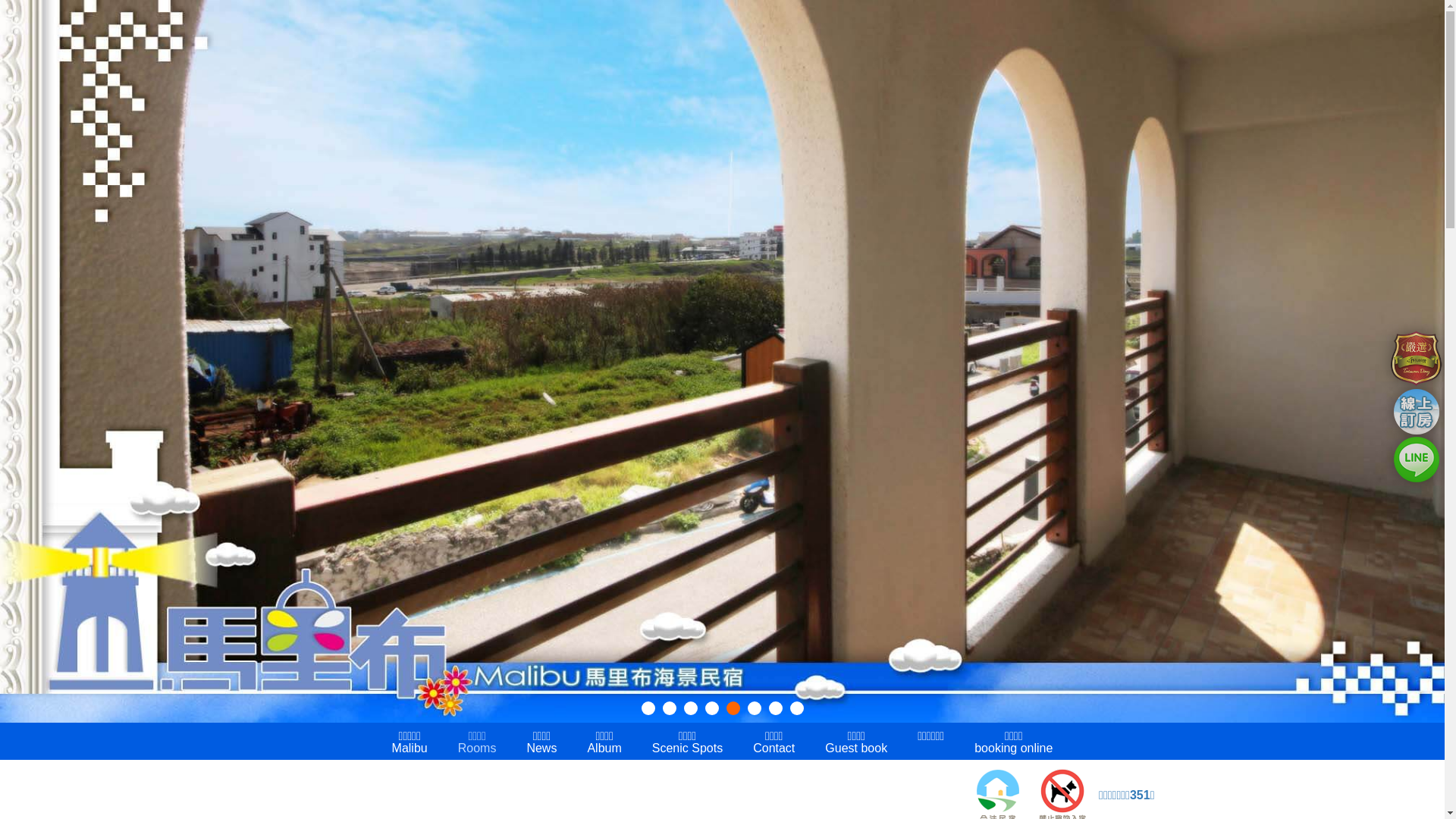 Image resolution: width=1456 pixels, height=819 pixels. I want to click on '6', so click(754, 708).